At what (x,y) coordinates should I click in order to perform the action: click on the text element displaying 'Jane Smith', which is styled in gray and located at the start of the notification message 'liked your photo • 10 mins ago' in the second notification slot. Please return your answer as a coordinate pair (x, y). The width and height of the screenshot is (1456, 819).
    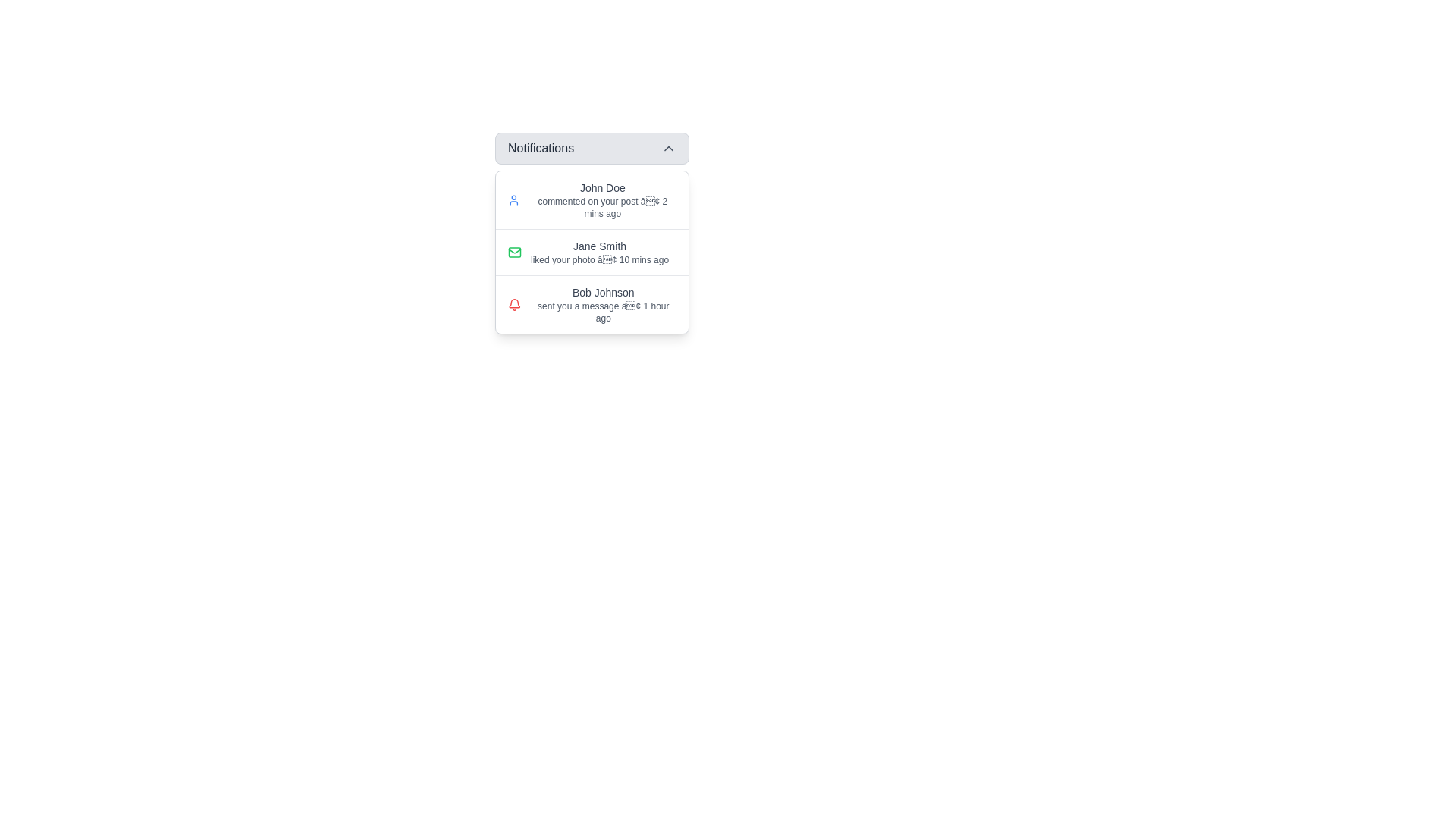
    Looking at the image, I should click on (599, 245).